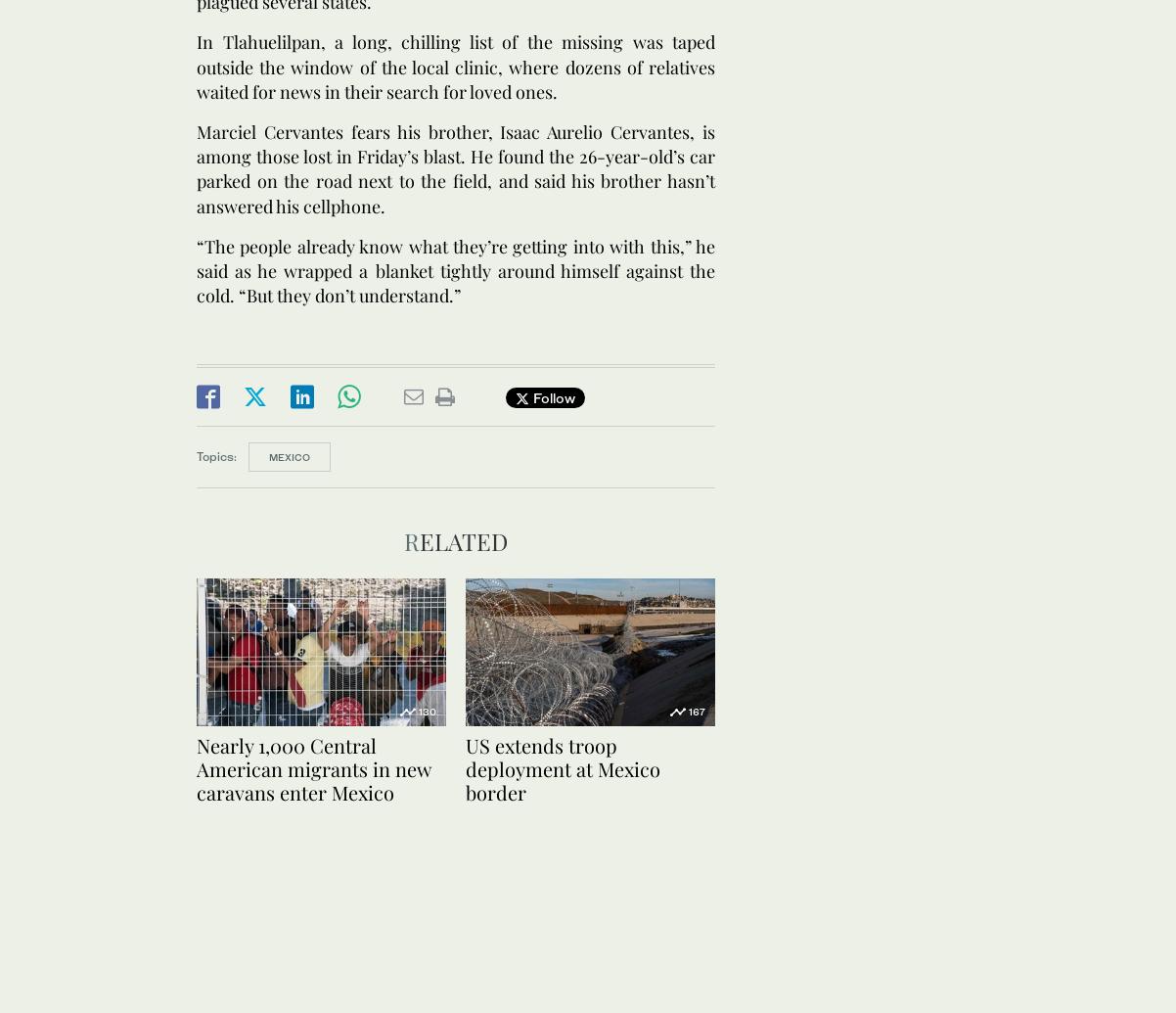 The image size is (1176, 1013). I want to click on 'Topics:', so click(216, 455).